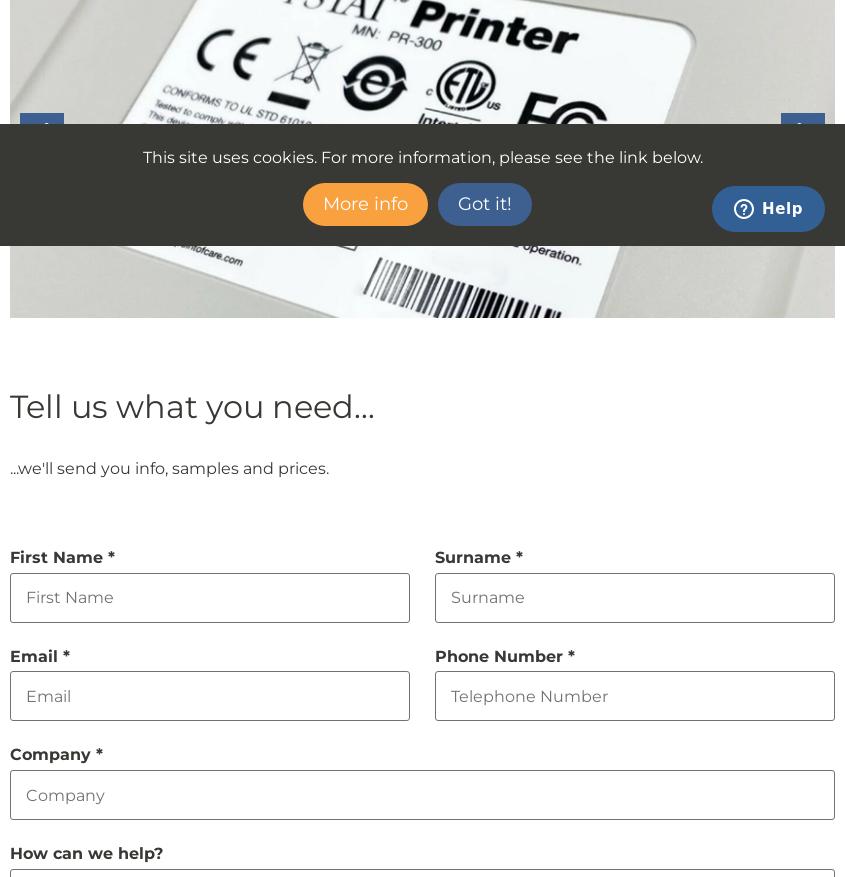 The width and height of the screenshot is (845, 877). I want to click on 'Tell us what you need...', so click(191, 404).